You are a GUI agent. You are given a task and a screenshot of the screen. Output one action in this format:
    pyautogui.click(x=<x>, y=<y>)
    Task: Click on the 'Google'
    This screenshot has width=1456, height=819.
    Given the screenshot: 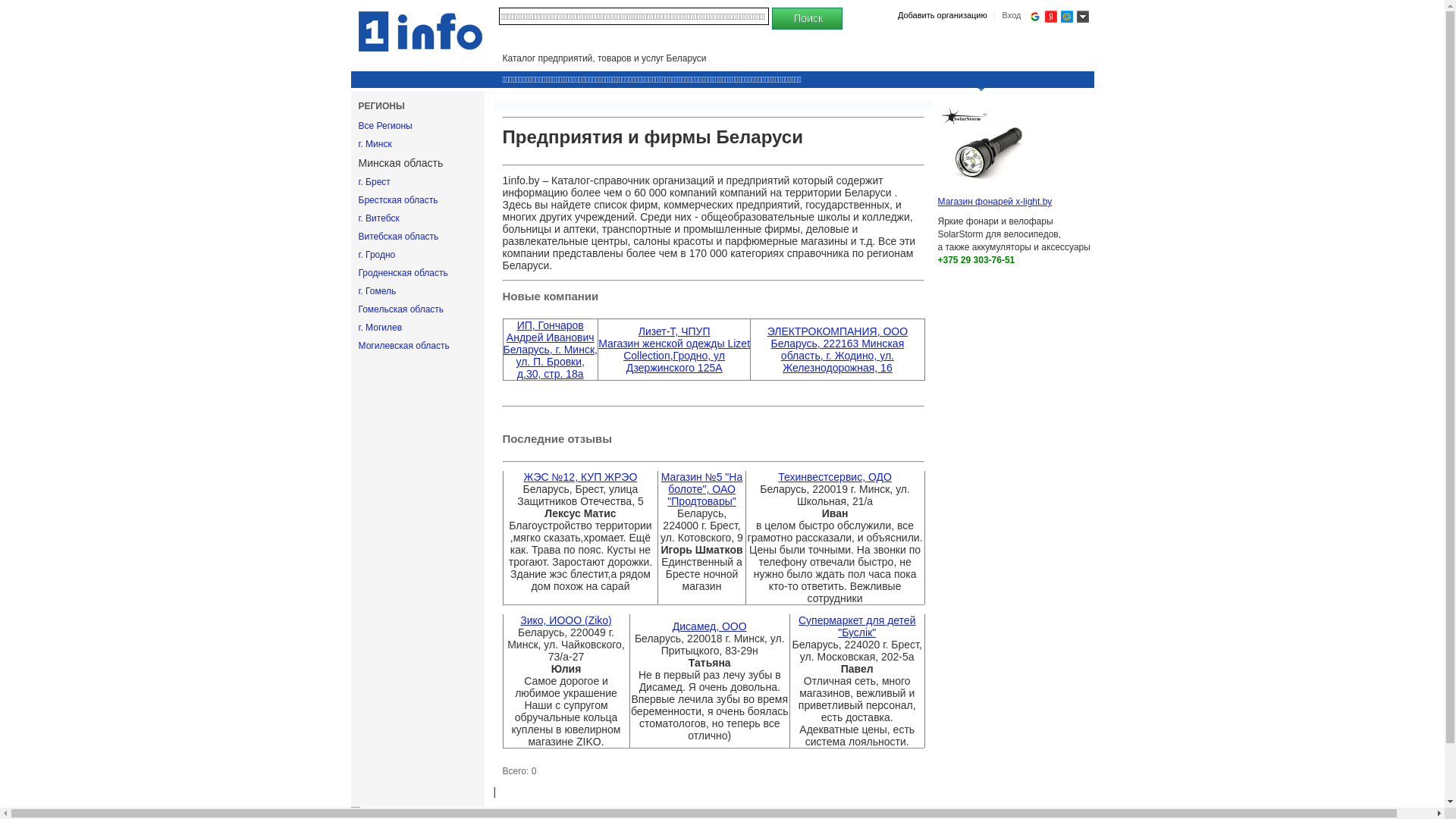 What is the action you would take?
    pyautogui.click(x=1033, y=17)
    